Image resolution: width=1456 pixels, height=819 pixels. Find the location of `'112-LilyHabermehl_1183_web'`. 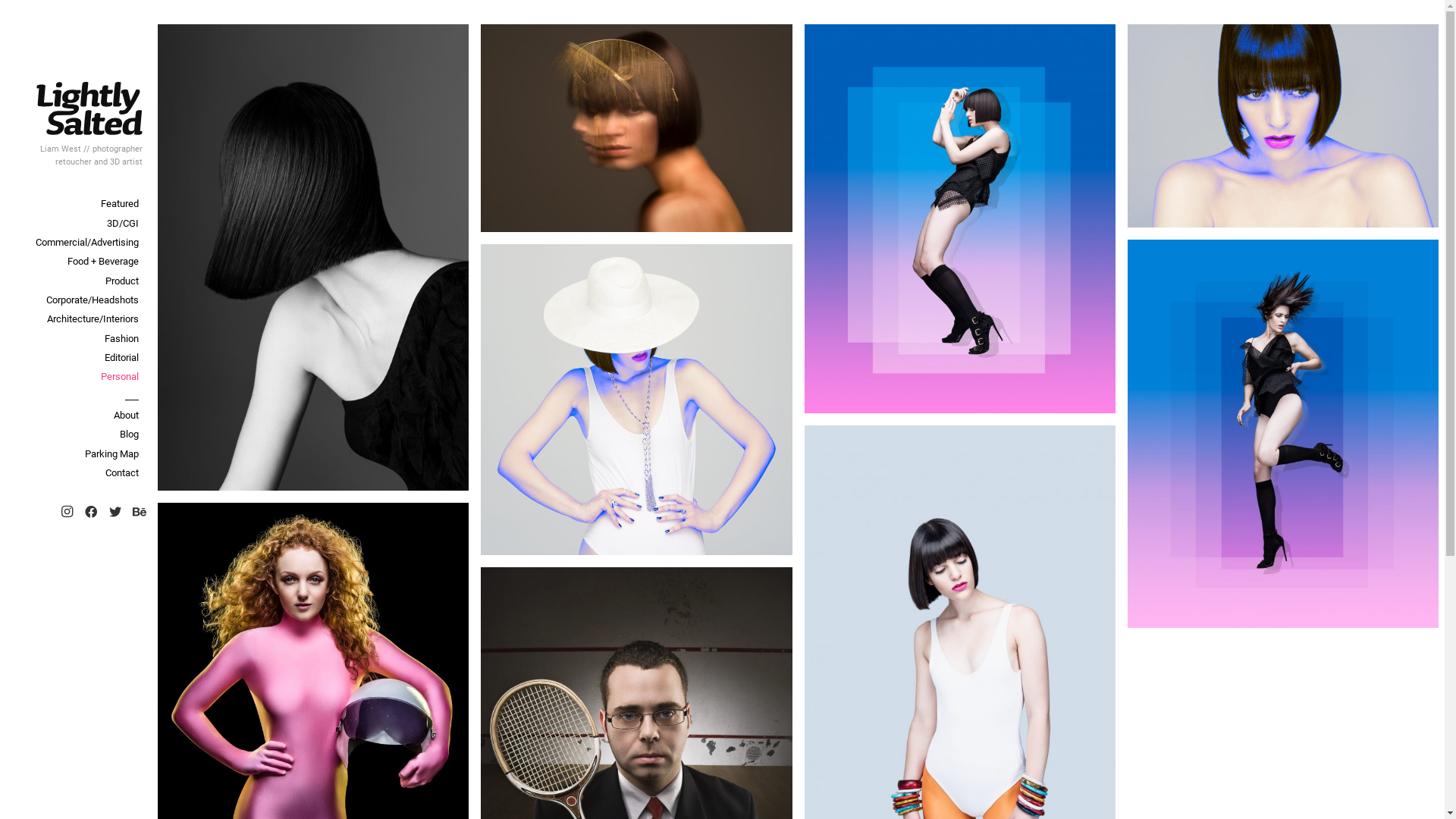

'112-LilyHabermehl_1183_web' is located at coordinates (1128, 124).